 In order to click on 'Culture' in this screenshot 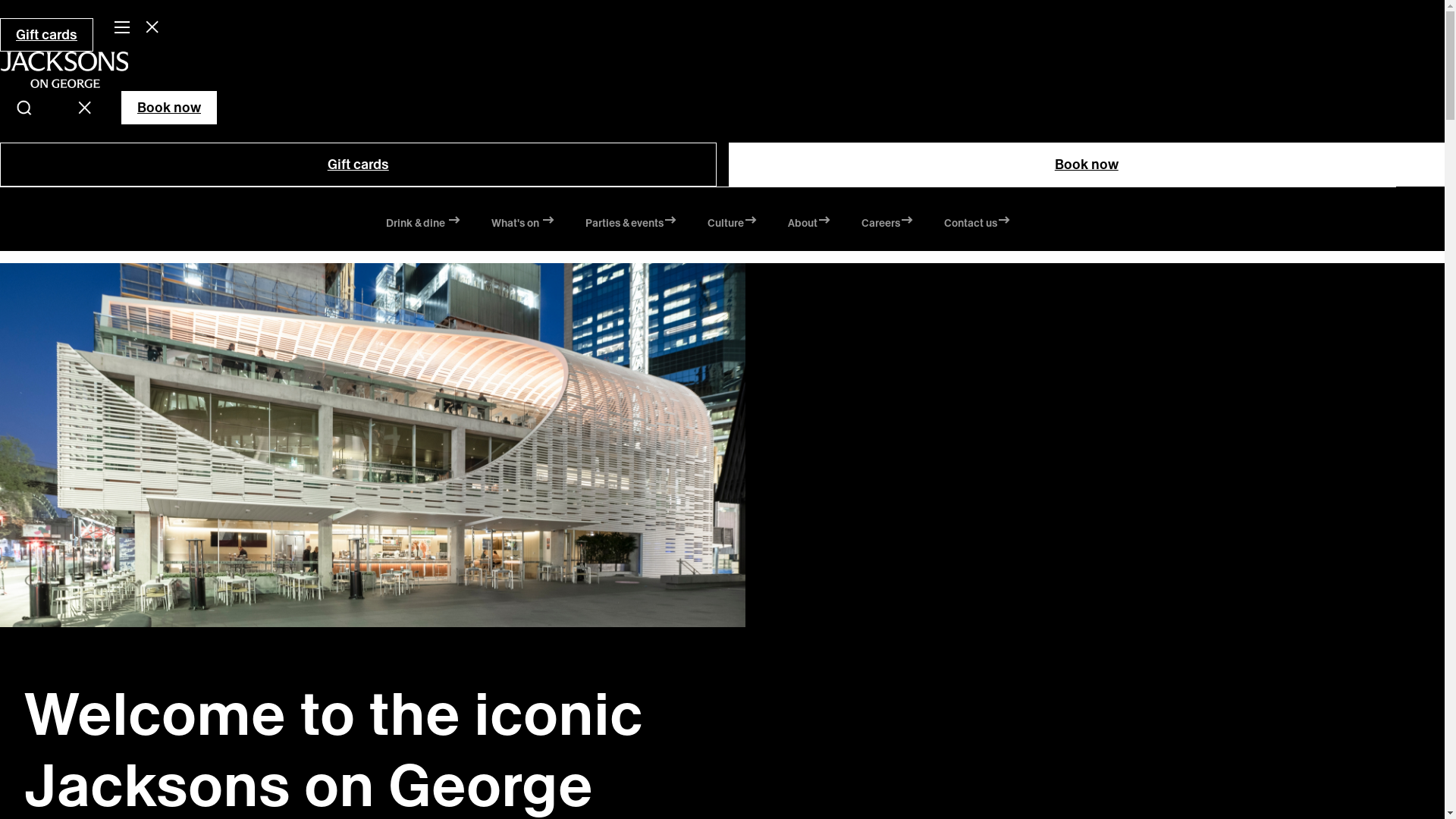, I will do `click(731, 225)`.